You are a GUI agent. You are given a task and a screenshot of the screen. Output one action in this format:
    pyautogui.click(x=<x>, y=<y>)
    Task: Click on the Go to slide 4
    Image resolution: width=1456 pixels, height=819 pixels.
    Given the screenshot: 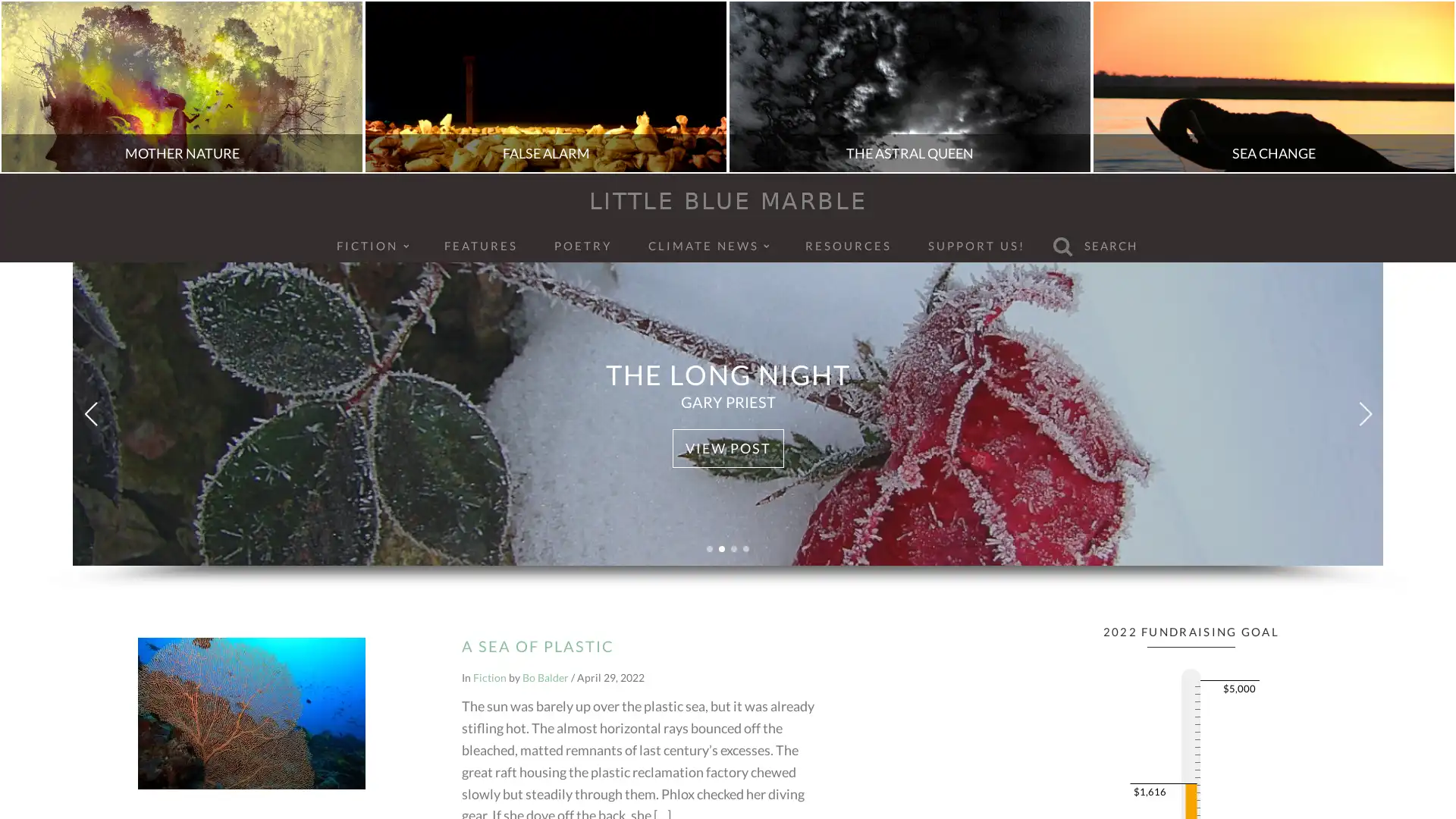 What is the action you would take?
    pyautogui.click(x=745, y=549)
    